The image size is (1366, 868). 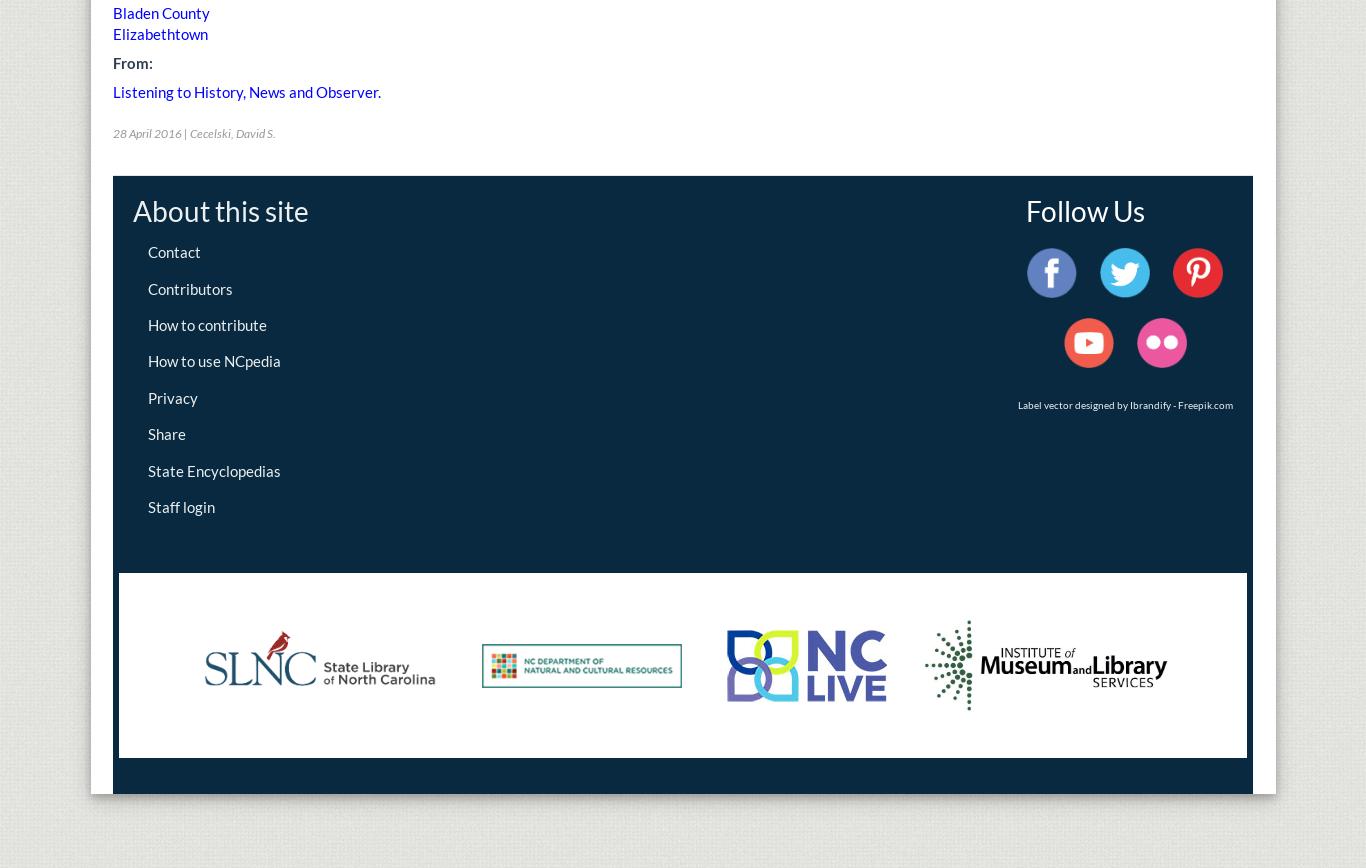 What do you see at coordinates (146, 288) in the screenshot?
I see `'Contributors'` at bounding box center [146, 288].